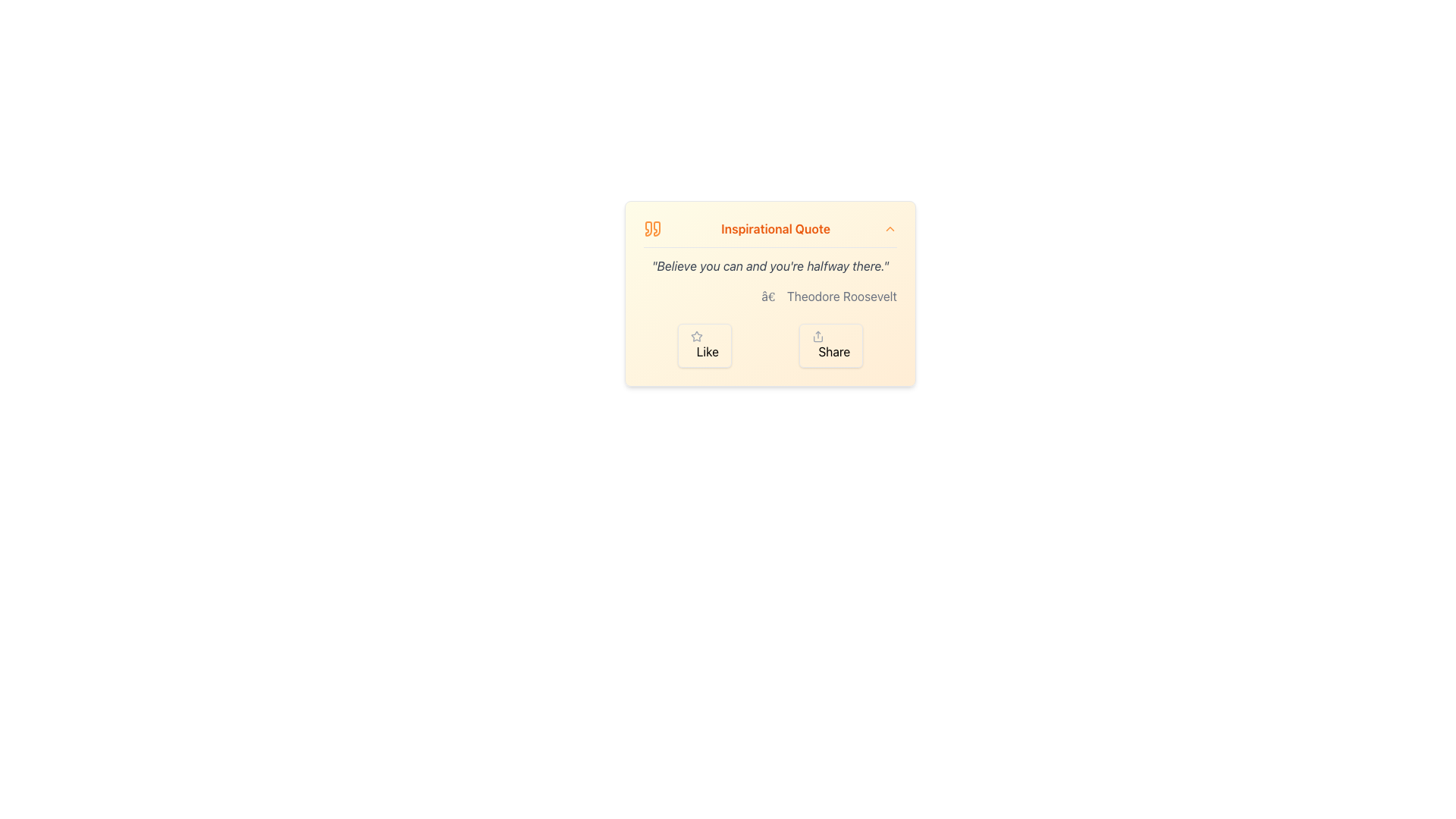 The width and height of the screenshot is (1456, 819). I want to click on the Text Display element that shows a motivational quote, located at the top section of the card labeled 'Inspirational Quote', so click(770, 265).